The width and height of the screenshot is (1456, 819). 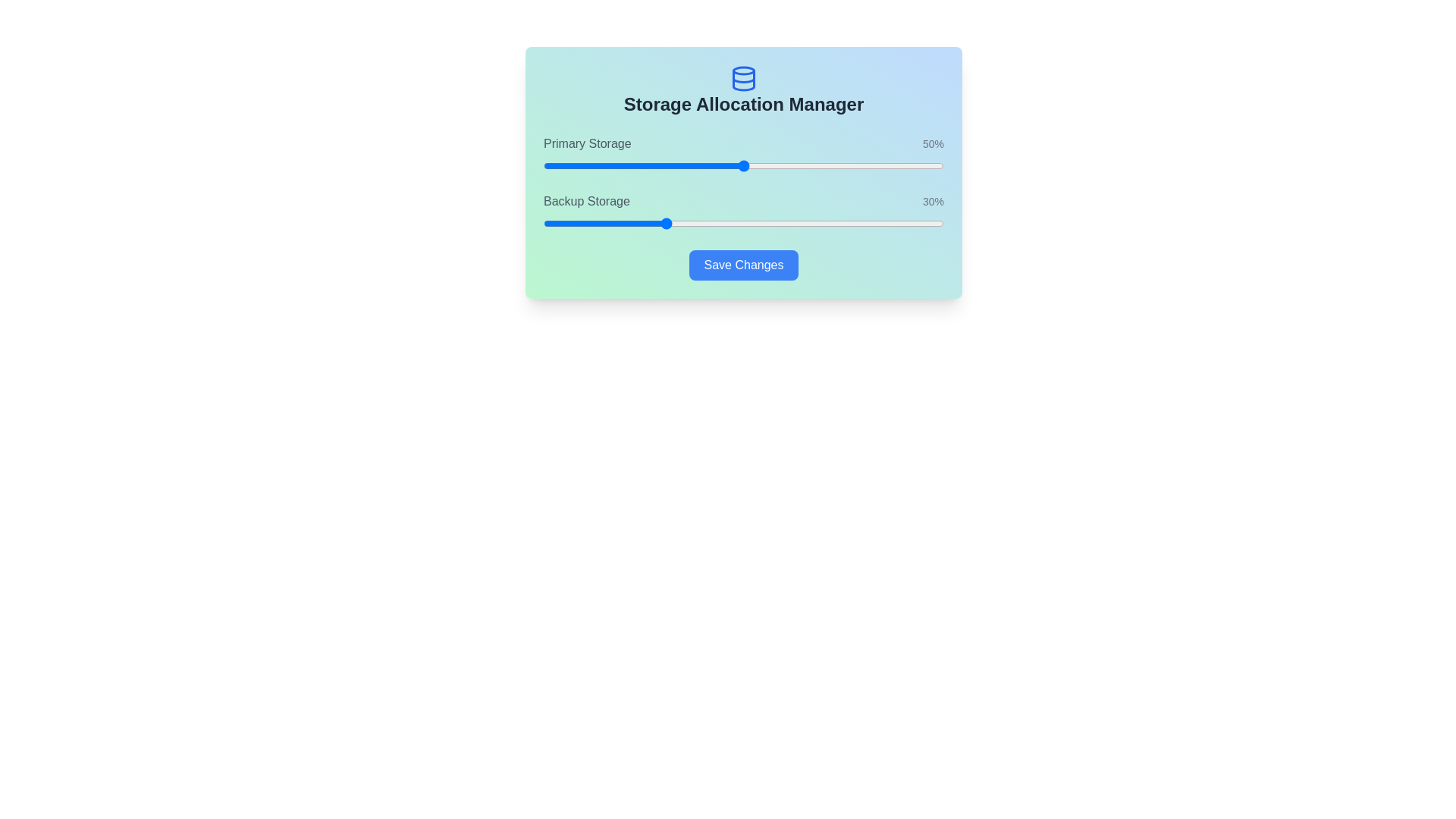 I want to click on the Backup Storage slider to 1%, so click(x=547, y=223).